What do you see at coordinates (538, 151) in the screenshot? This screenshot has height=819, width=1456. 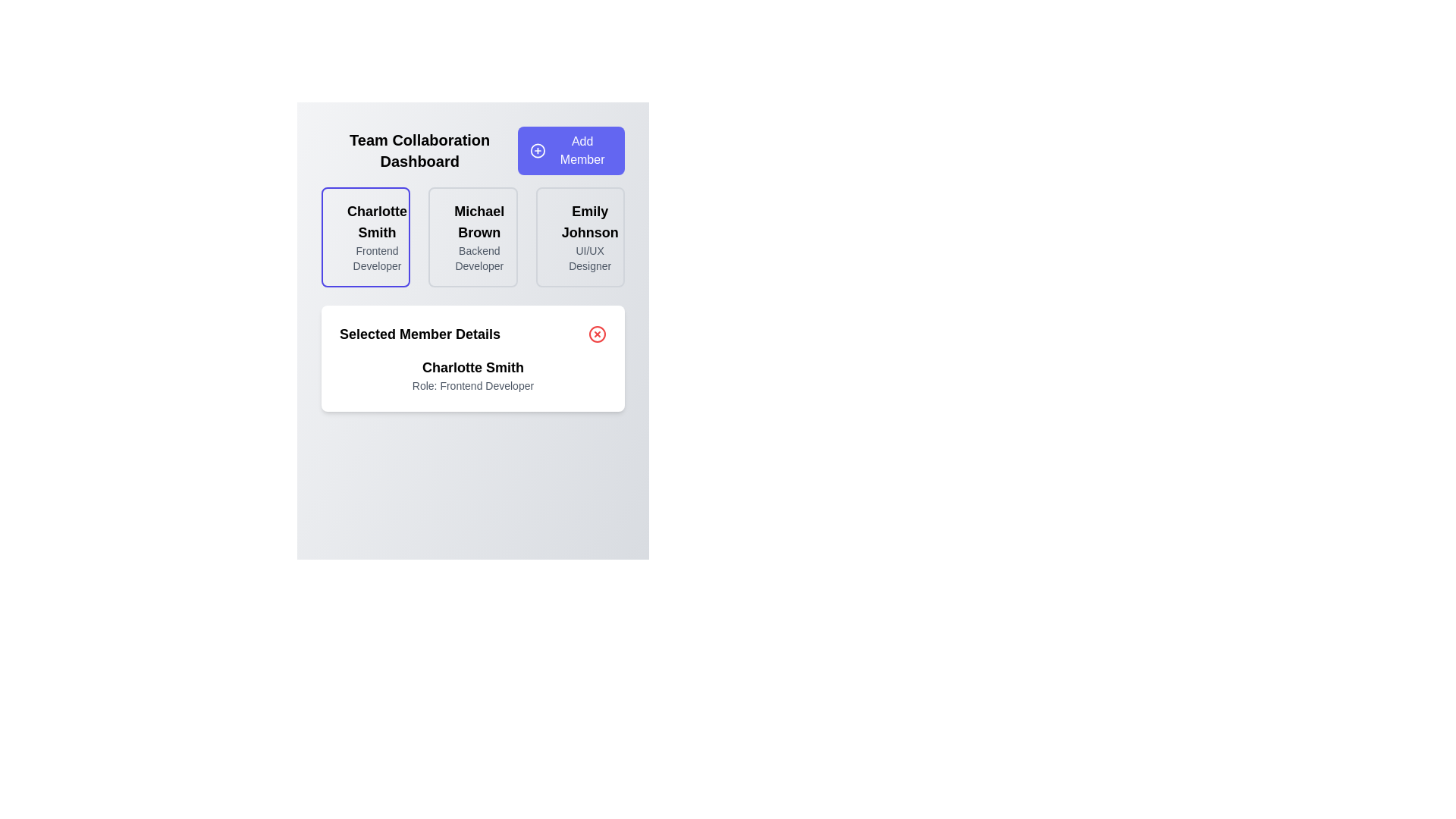 I see `the circular outline icon inside the 'Add Member' button, which is styled with a visible stroke and positioned to the left of the text` at bounding box center [538, 151].